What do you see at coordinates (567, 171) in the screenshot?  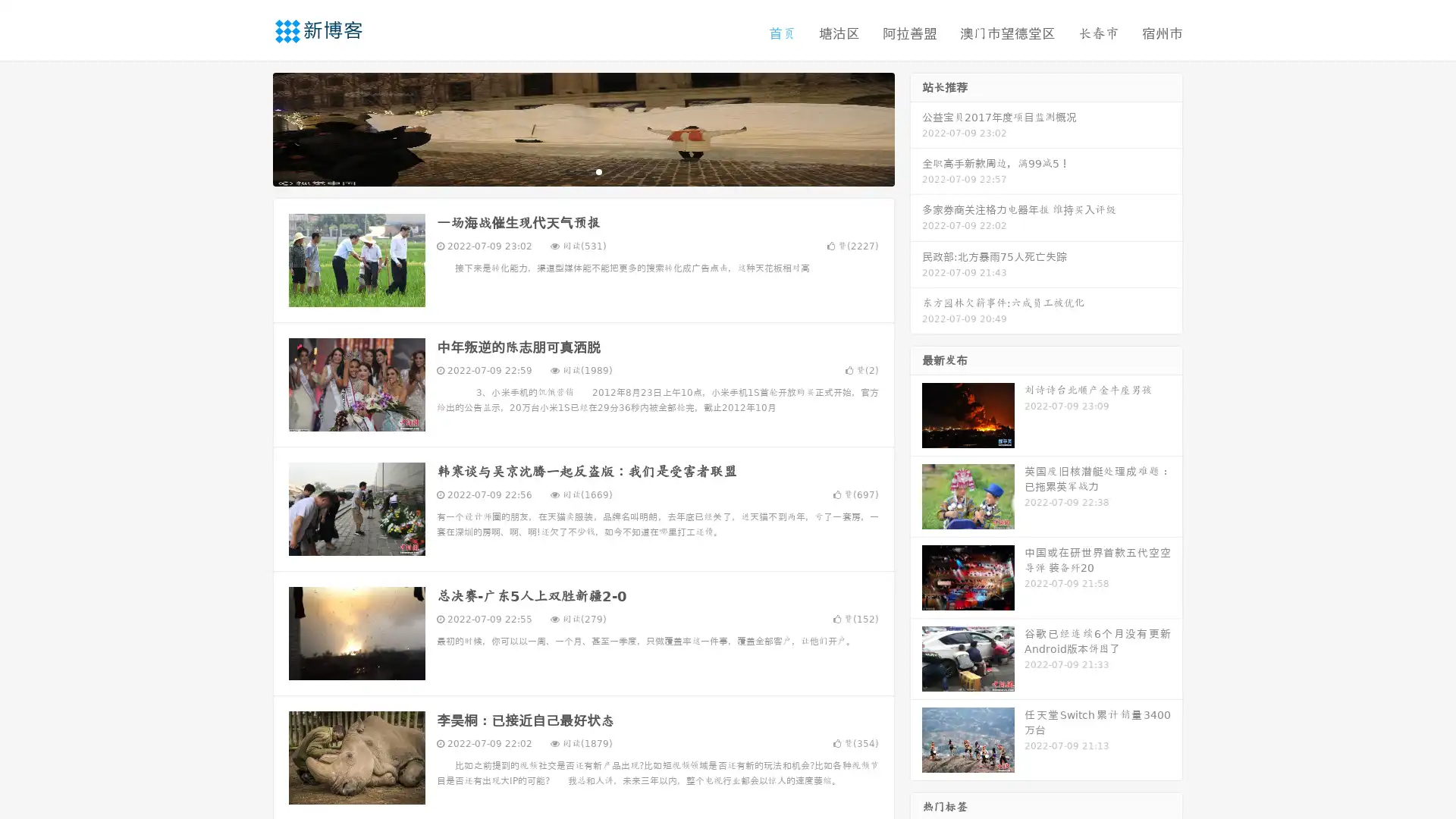 I see `Go to slide 1` at bounding box center [567, 171].